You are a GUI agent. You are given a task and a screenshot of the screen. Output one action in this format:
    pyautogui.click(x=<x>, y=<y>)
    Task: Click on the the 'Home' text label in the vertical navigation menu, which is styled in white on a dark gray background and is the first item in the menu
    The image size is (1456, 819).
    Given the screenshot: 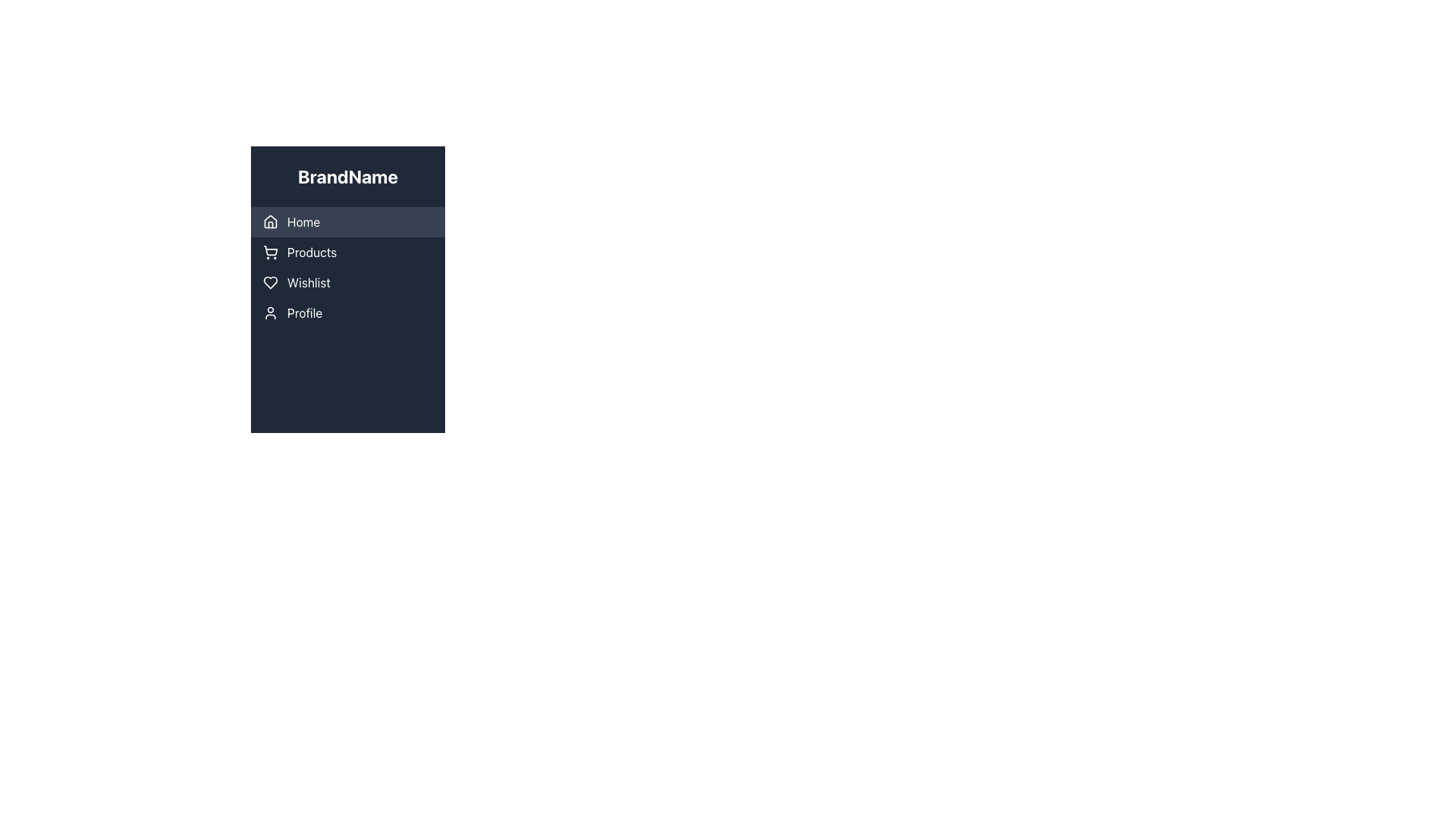 What is the action you would take?
    pyautogui.click(x=303, y=222)
    